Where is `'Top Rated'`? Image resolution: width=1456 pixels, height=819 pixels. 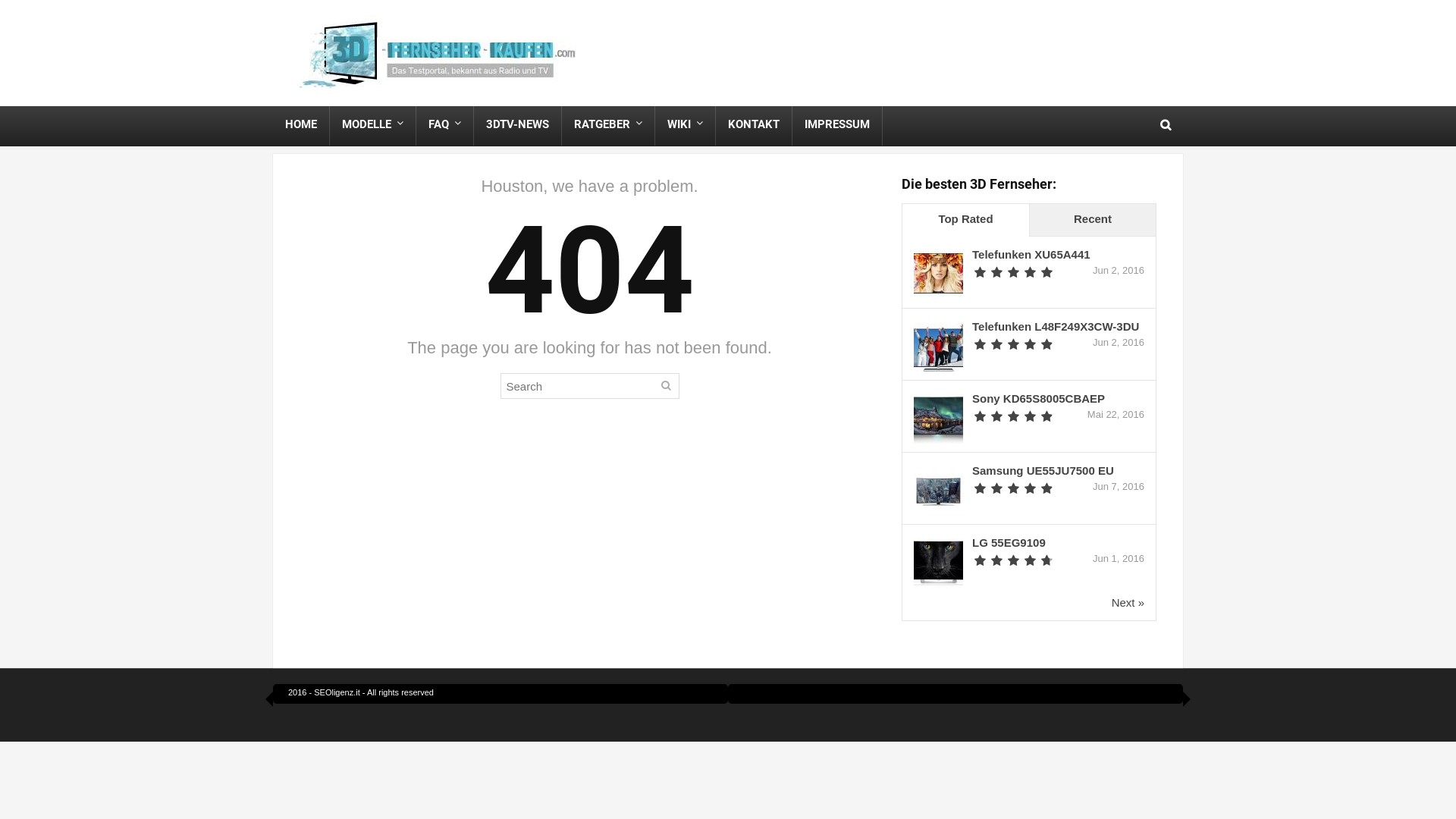
'Top Rated' is located at coordinates (965, 220).